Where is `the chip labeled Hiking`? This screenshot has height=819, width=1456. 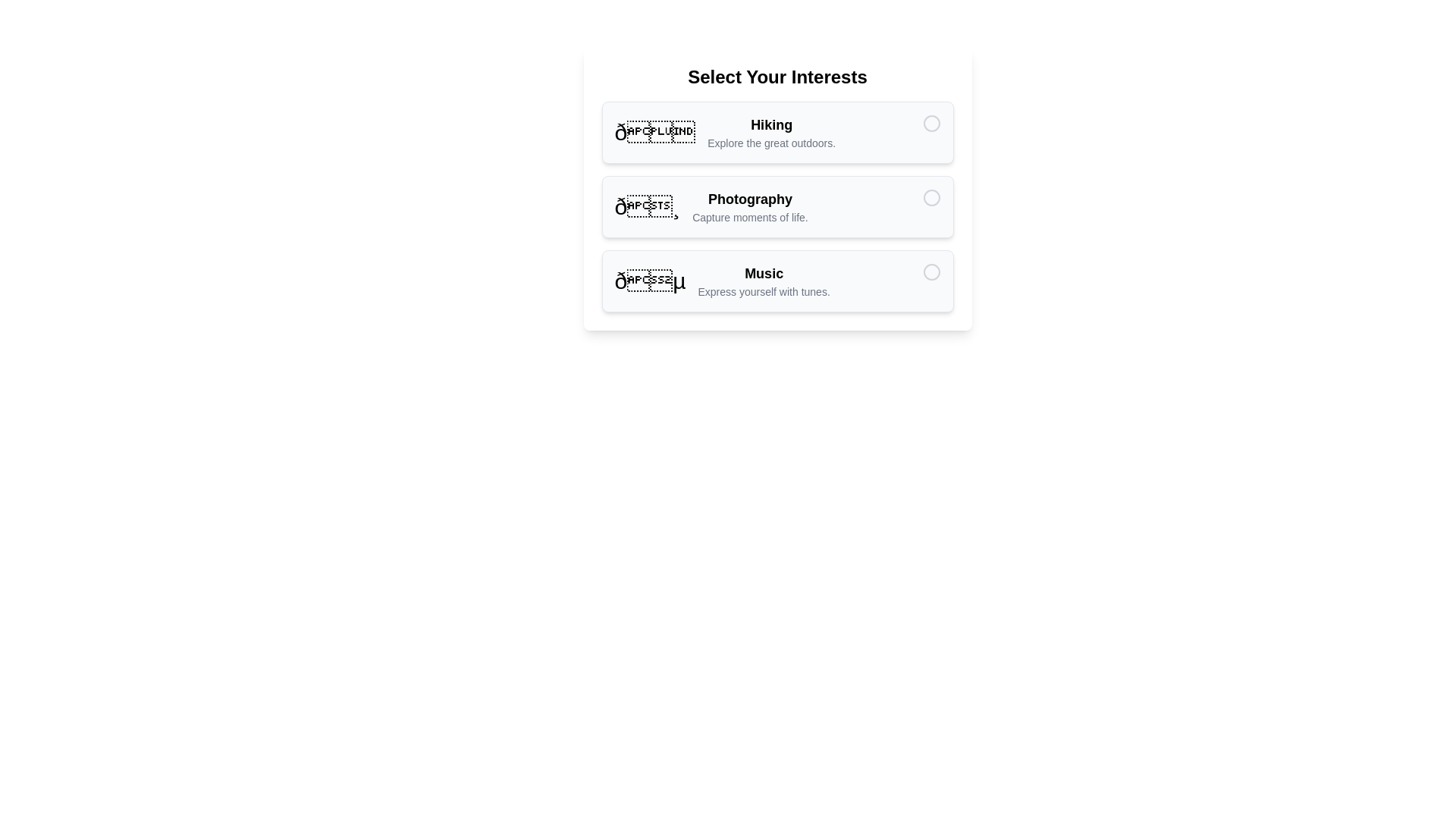
the chip labeled Hiking is located at coordinates (777, 131).